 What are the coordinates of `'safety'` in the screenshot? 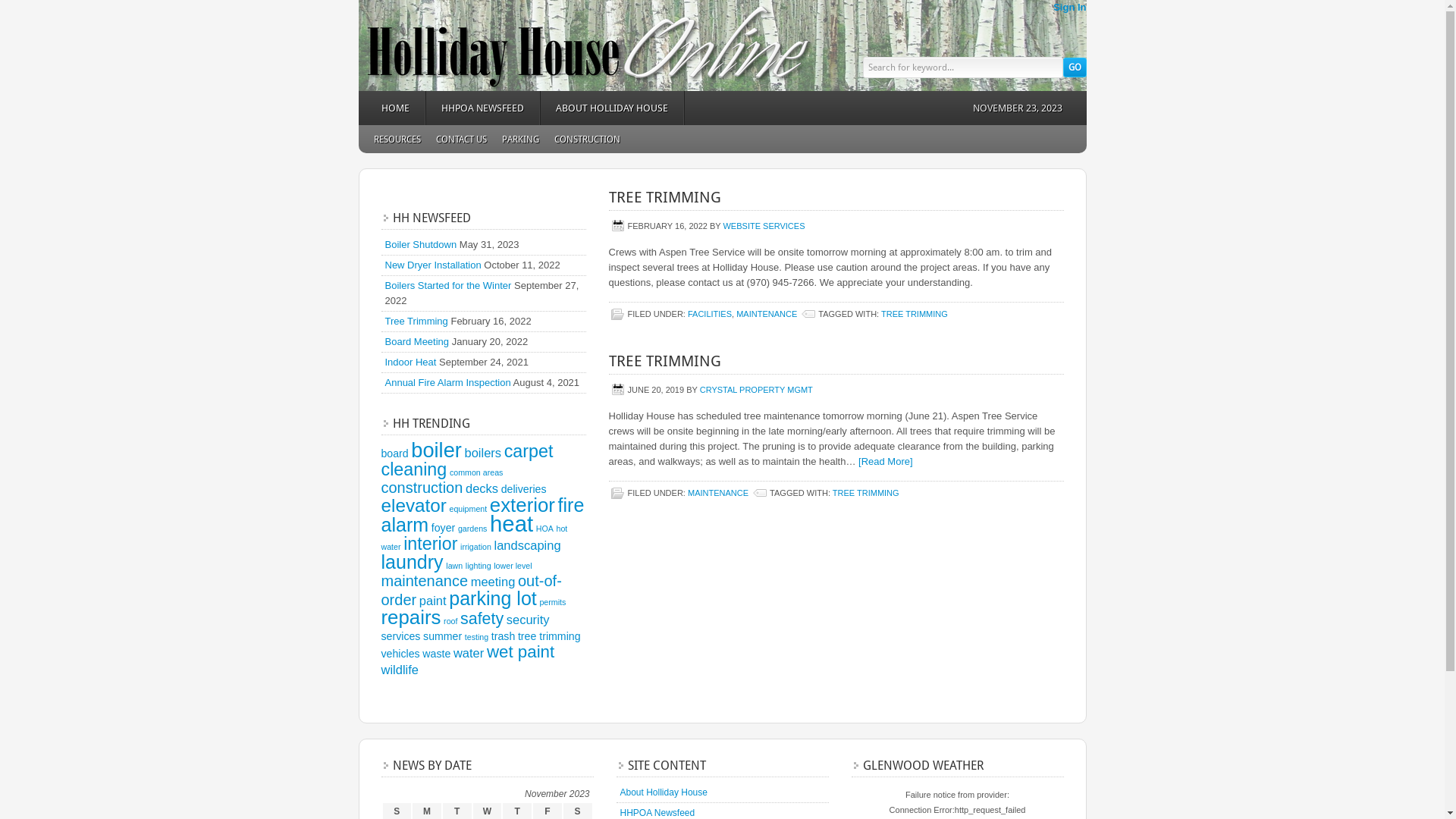 It's located at (481, 619).